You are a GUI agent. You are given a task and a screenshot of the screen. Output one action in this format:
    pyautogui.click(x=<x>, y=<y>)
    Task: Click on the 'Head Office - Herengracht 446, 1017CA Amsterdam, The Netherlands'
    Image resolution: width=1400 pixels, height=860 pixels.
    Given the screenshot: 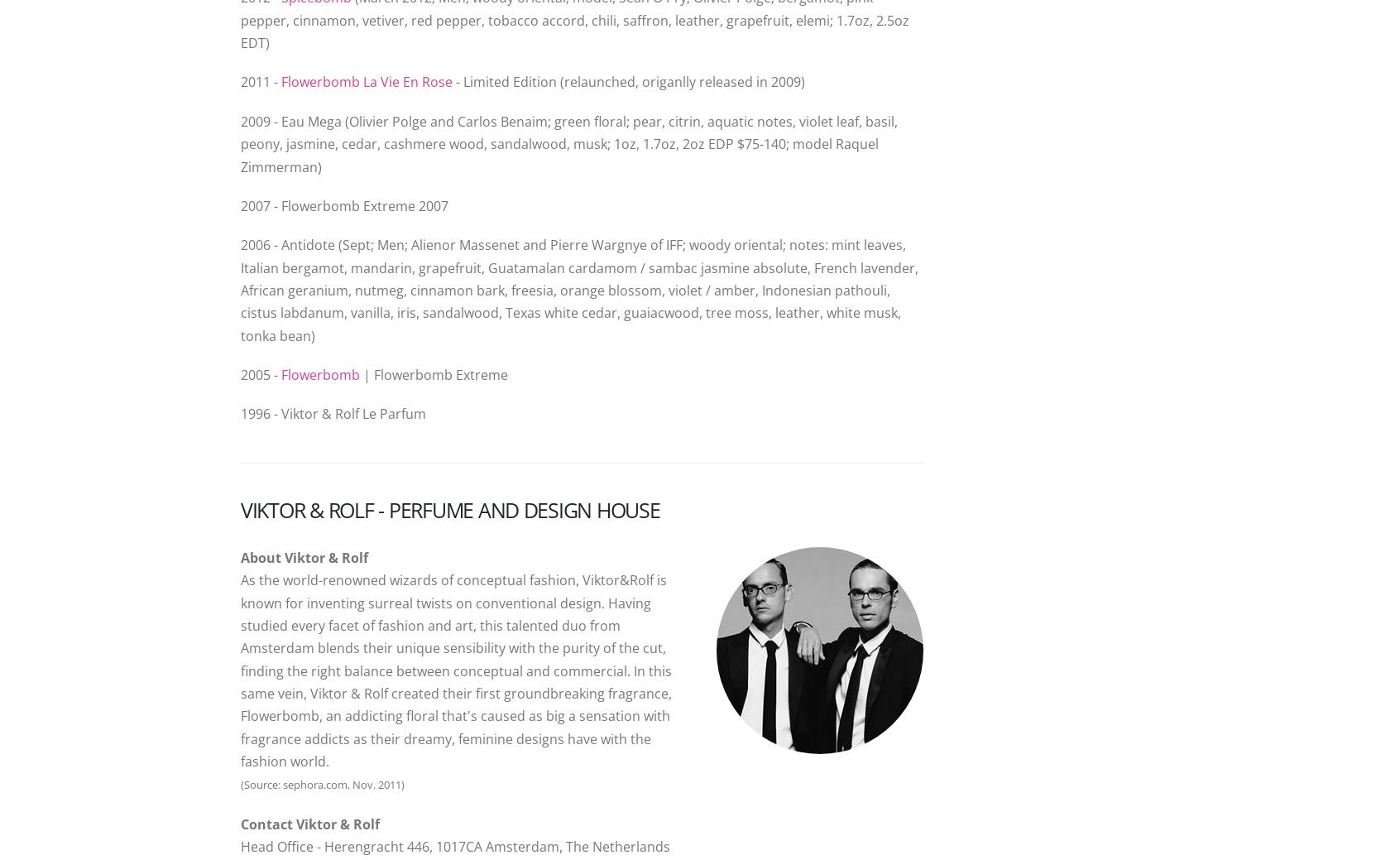 What is the action you would take?
    pyautogui.click(x=455, y=846)
    